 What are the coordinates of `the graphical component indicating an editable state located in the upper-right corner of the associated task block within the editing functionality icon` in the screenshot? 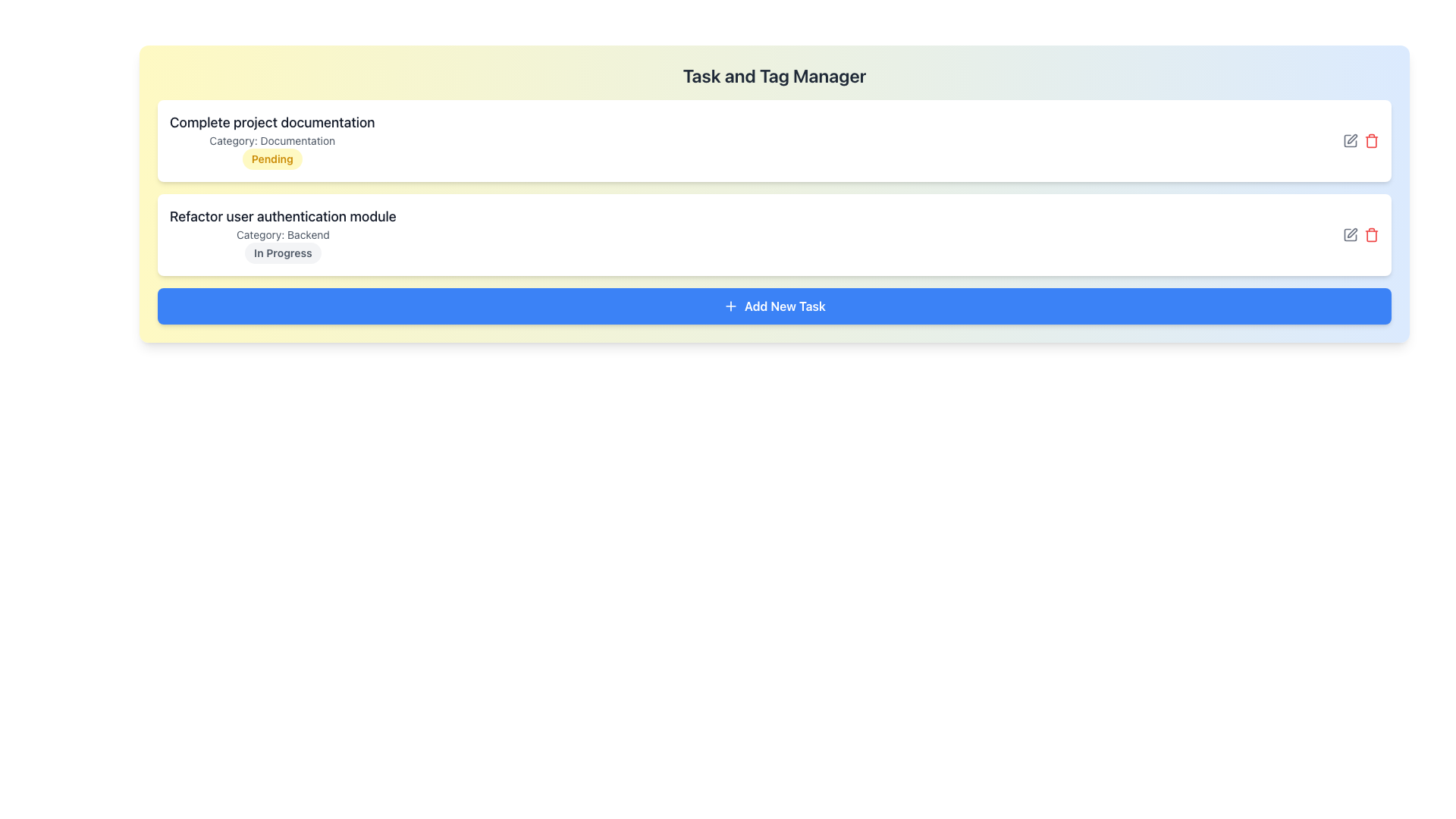 It's located at (1350, 234).